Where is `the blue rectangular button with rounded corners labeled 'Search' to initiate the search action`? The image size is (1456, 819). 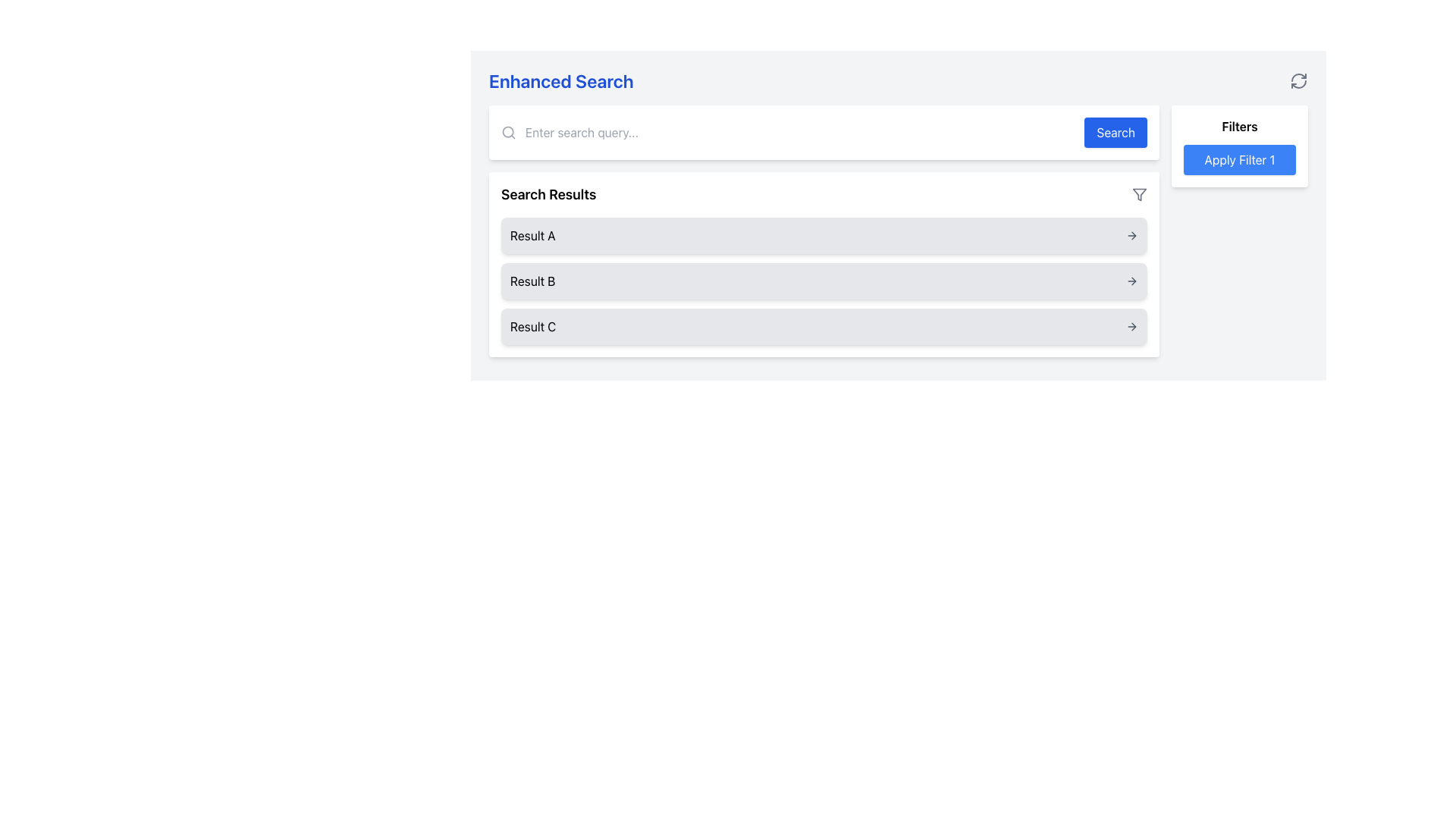
the blue rectangular button with rounded corners labeled 'Search' to initiate the search action is located at coordinates (1116, 131).